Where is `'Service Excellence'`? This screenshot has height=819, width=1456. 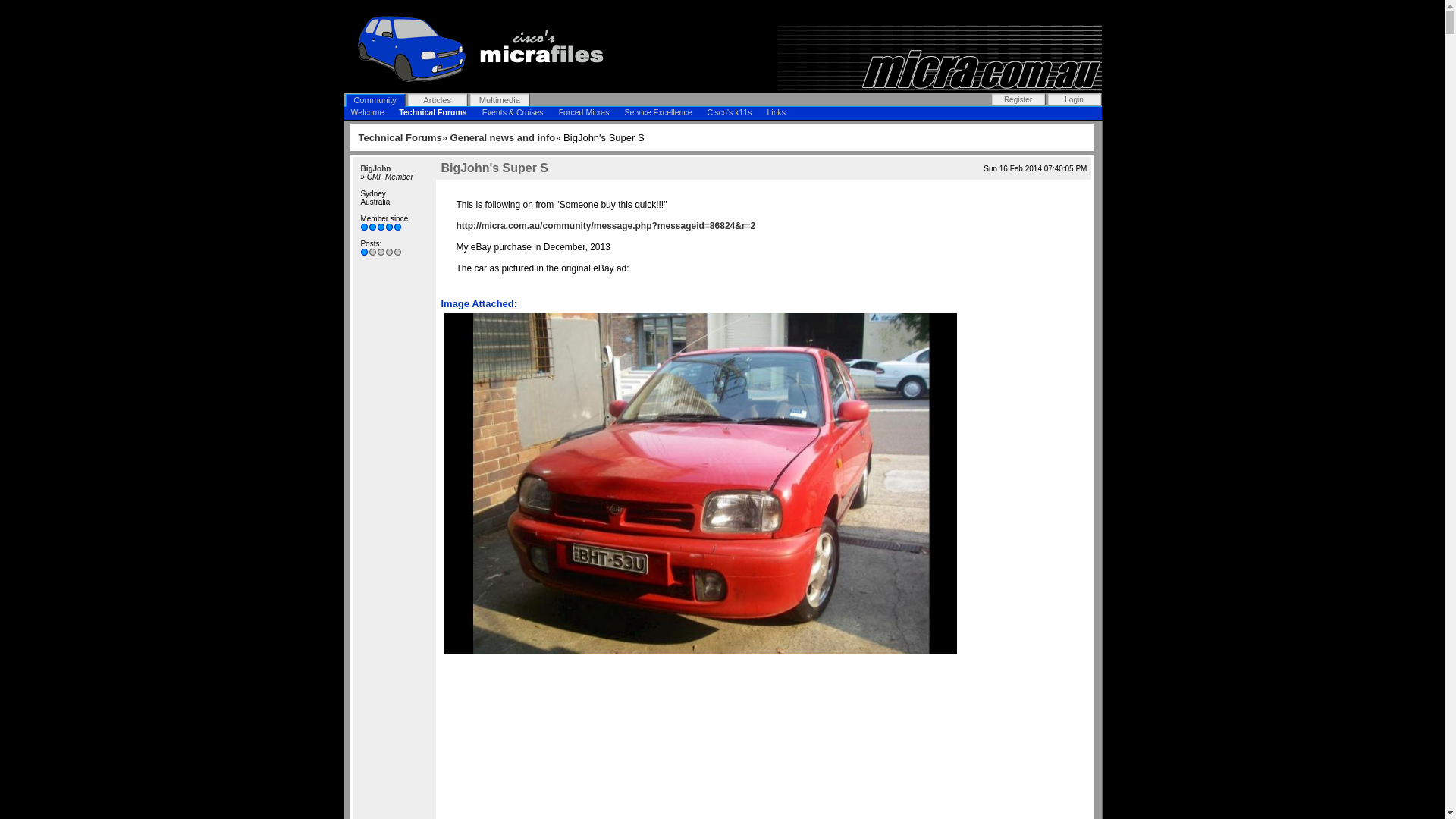 'Service Excellence' is located at coordinates (657, 112).